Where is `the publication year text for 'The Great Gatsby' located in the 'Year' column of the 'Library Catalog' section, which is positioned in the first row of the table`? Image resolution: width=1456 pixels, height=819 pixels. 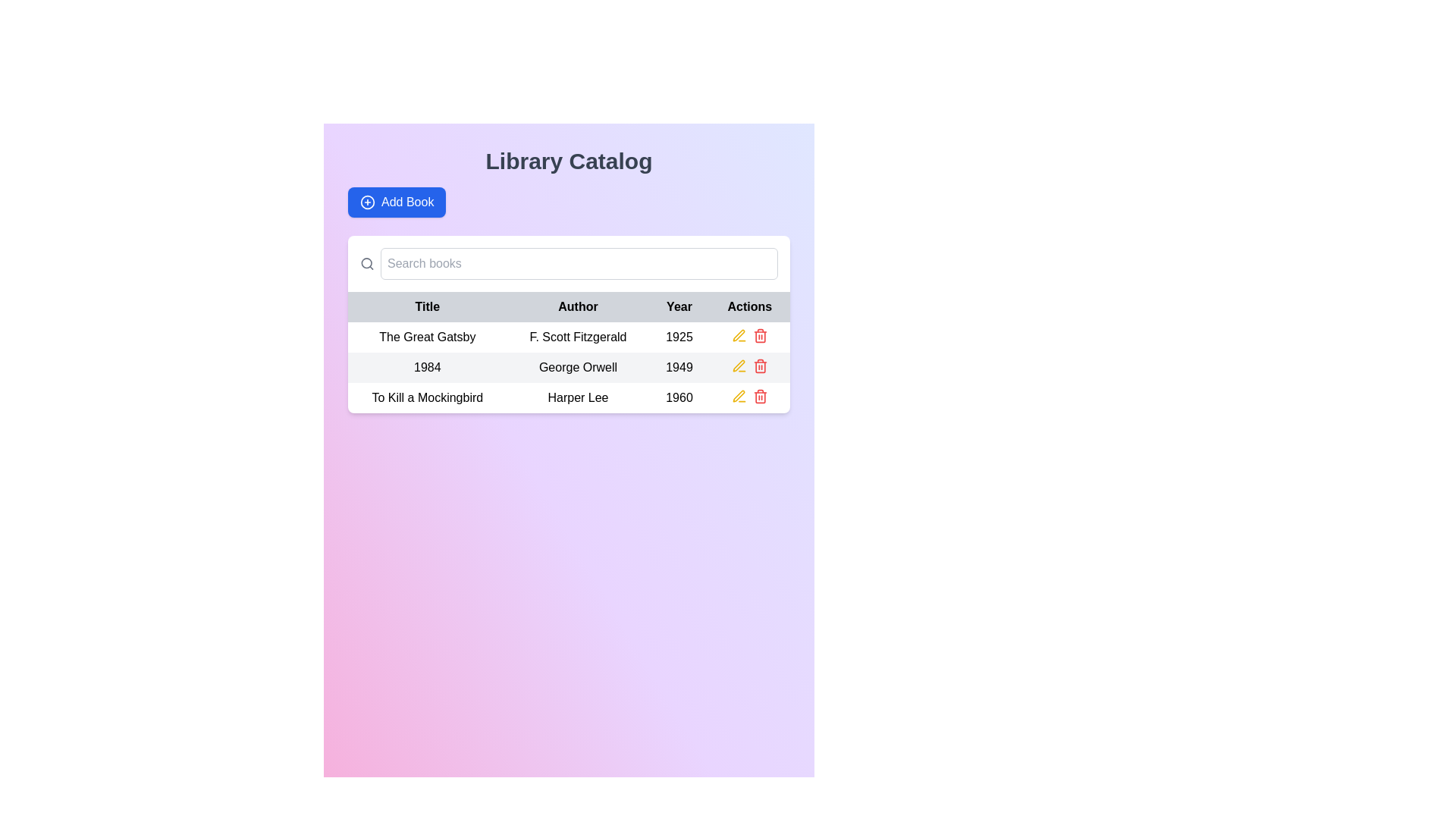
the publication year text for 'The Great Gatsby' located in the 'Year' column of the 'Library Catalog' section, which is positioned in the first row of the table is located at coordinates (679, 336).